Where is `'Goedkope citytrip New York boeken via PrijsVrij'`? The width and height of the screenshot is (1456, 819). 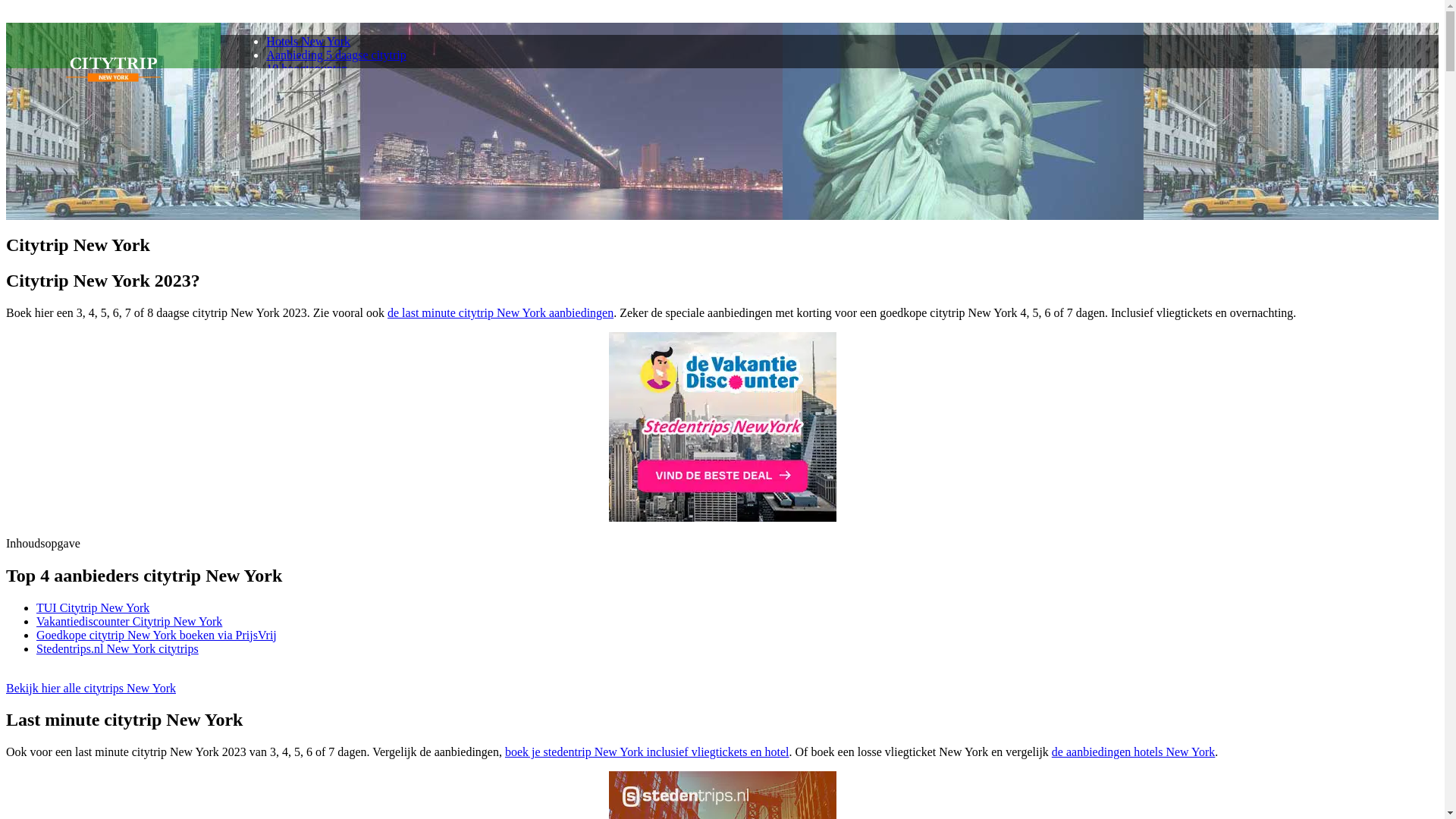
'Goedkope citytrip New York boeken via PrijsVrij' is located at coordinates (156, 635).